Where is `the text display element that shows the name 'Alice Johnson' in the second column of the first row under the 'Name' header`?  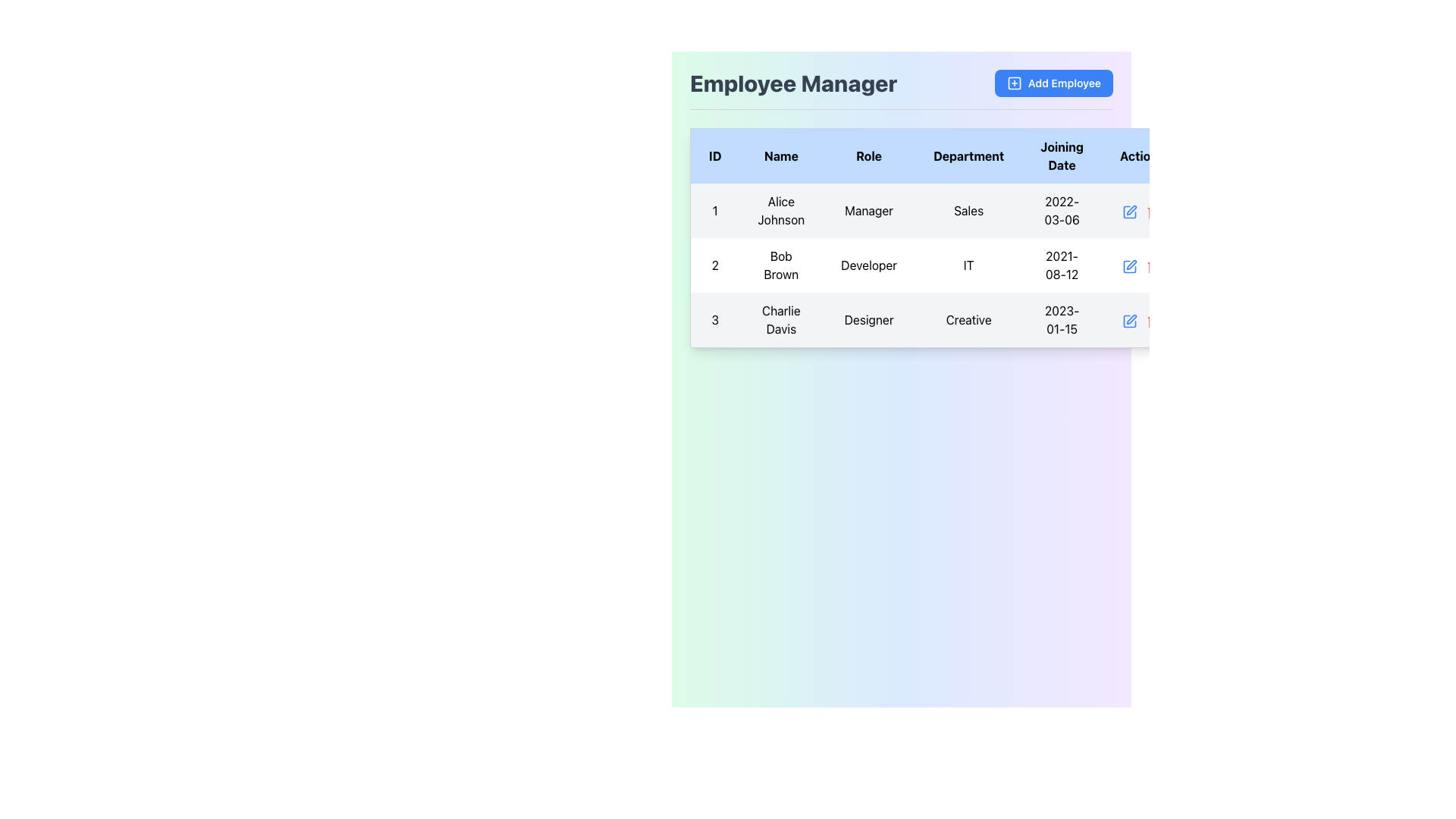
the text display element that shows the name 'Alice Johnson' in the second column of the first row under the 'Name' header is located at coordinates (781, 210).